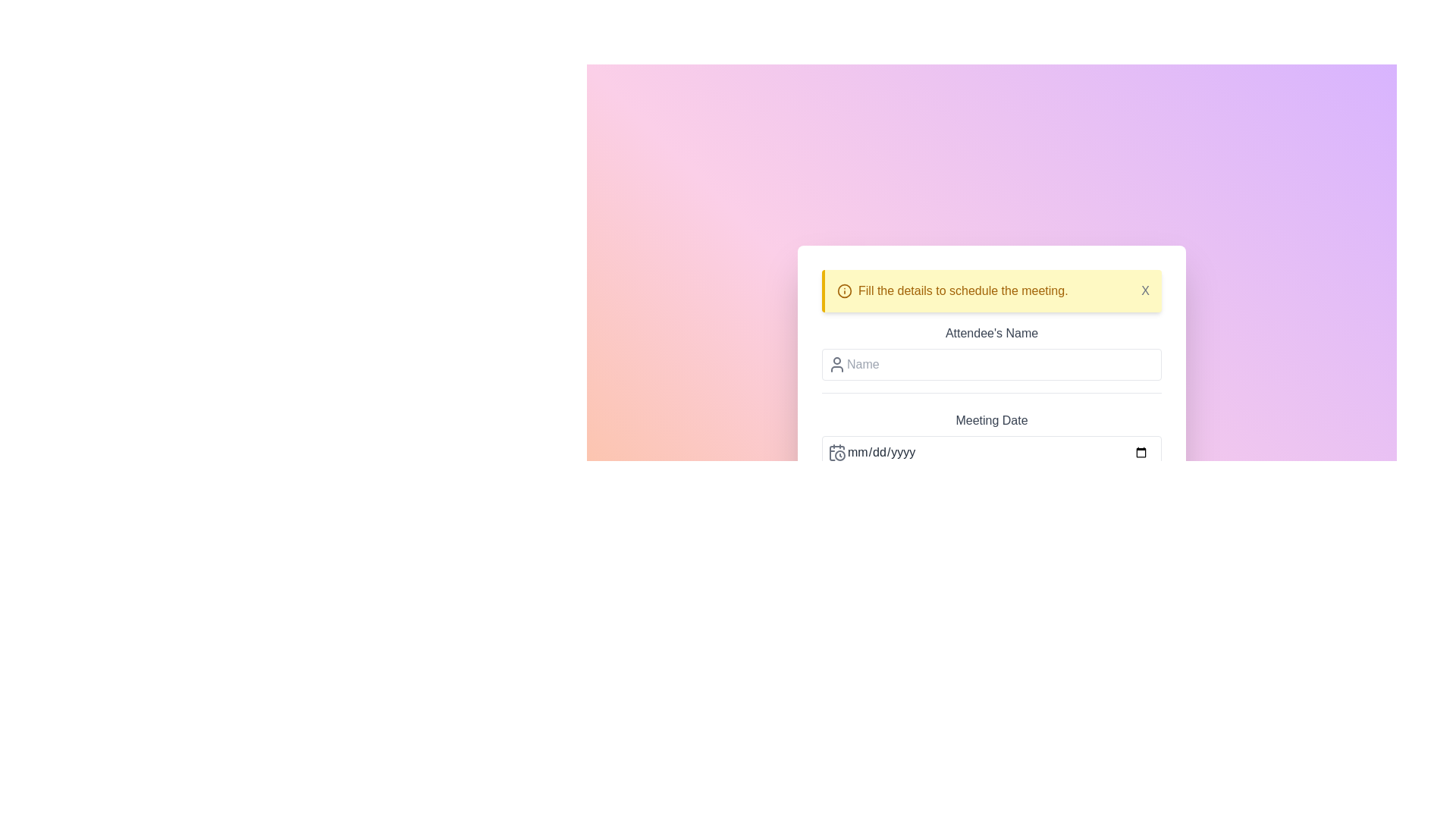 The image size is (1456, 819). Describe the element at coordinates (836, 452) in the screenshot. I see `the calendar icon with a clock overlay, positioned next to the date input field, to open the associated date picker` at that location.